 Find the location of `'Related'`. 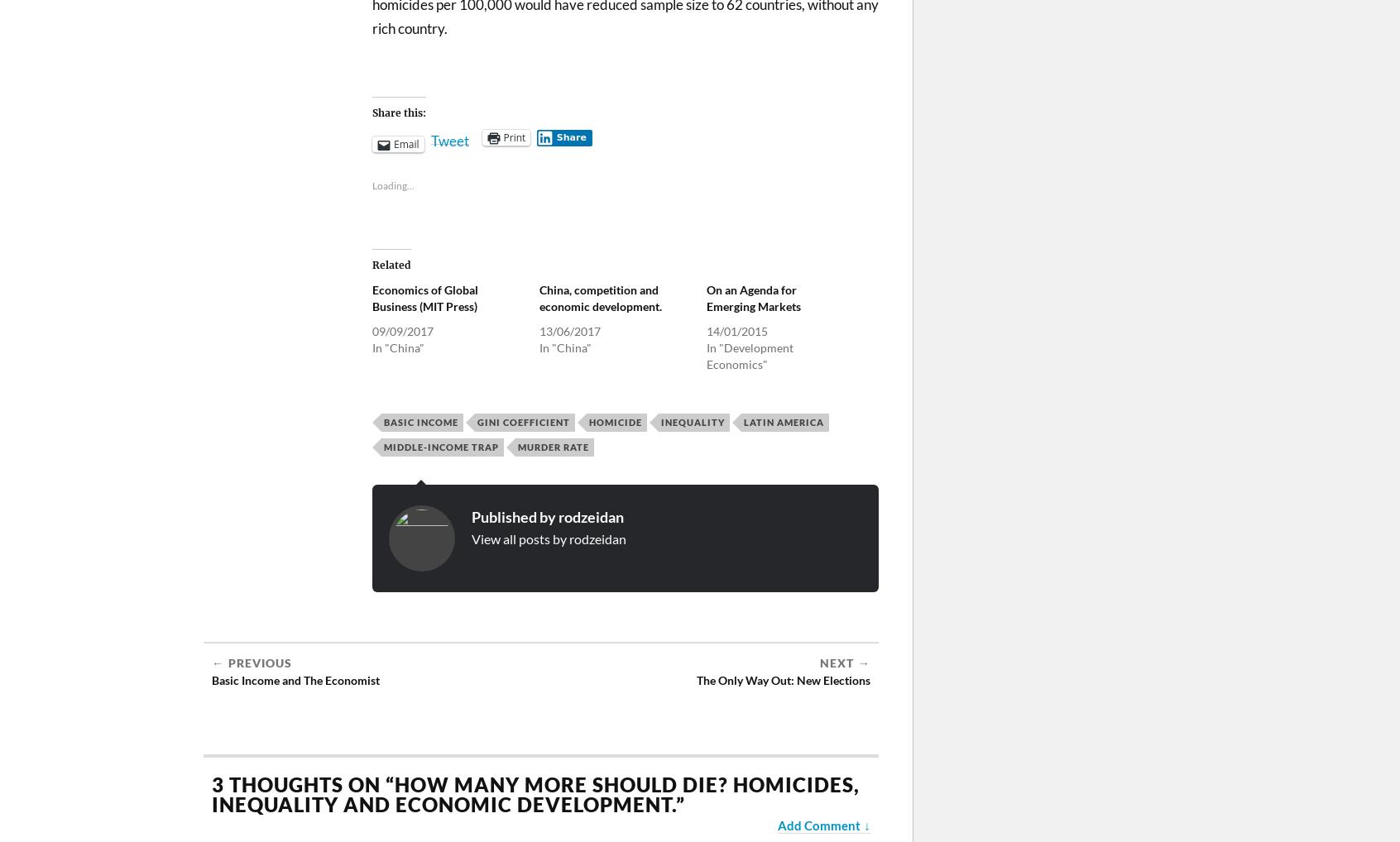

'Related' is located at coordinates (391, 264).